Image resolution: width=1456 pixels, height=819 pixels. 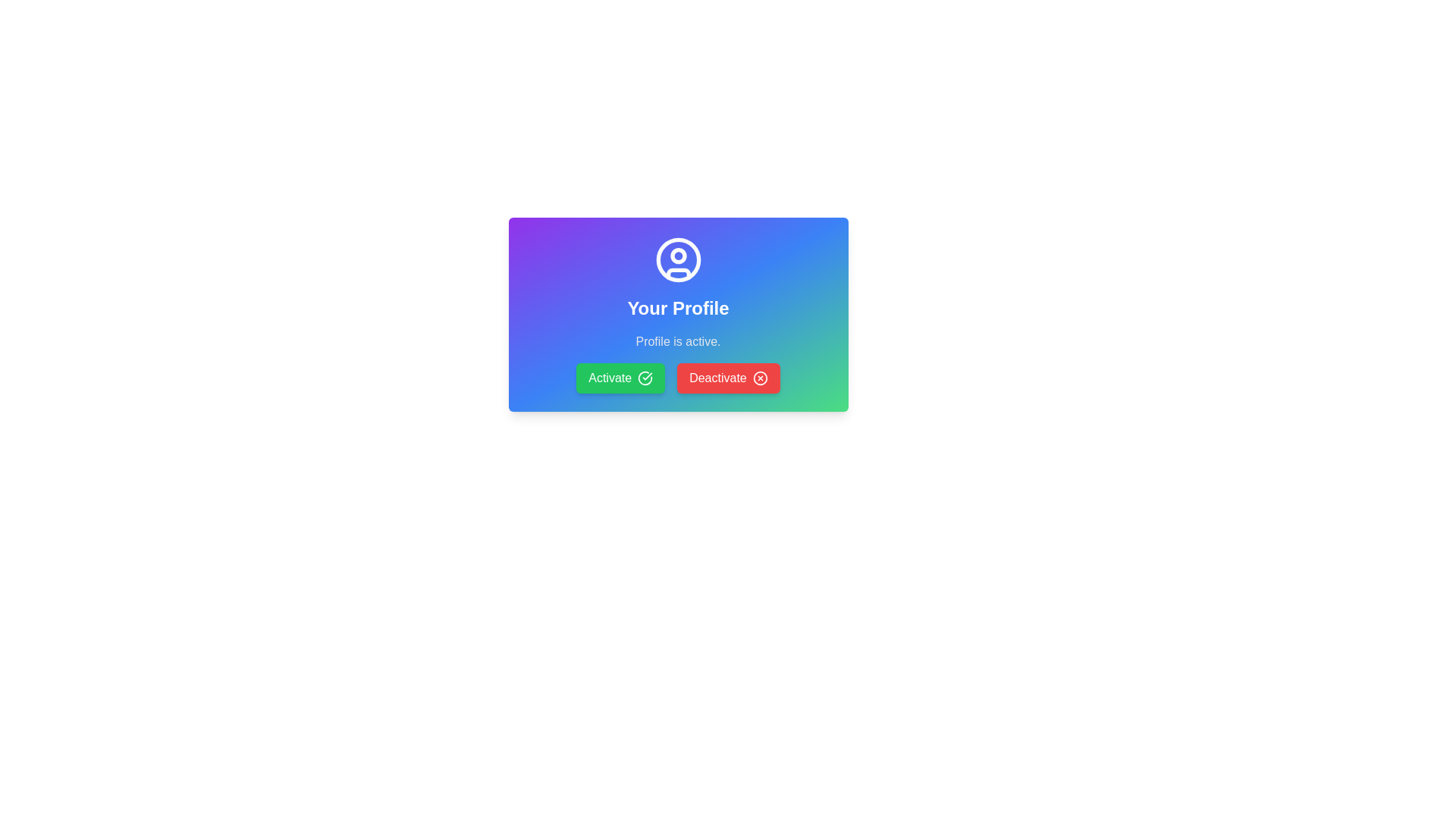 What do you see at coordinates (677, 259) in the screenshot?
I see `the vector graphic circle, which is a circular outline located at the center of the profile icon within the 'Your Profile' card component` at bounding box center [677, 259].